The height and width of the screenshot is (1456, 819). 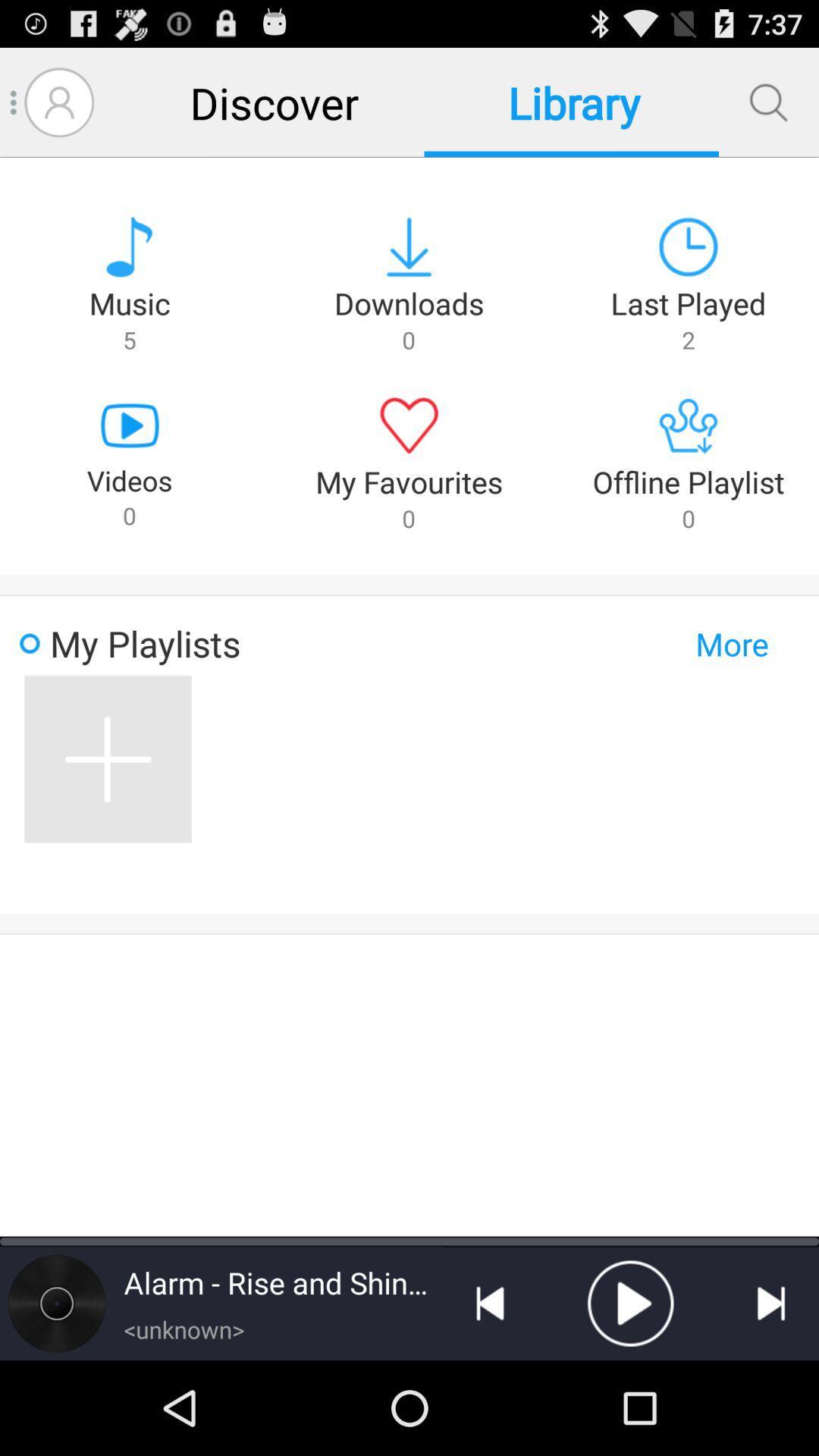 What do you see at coordinates (771, 1302) in the screenshot?
I see `next song` at bounding box center [771, 1302].